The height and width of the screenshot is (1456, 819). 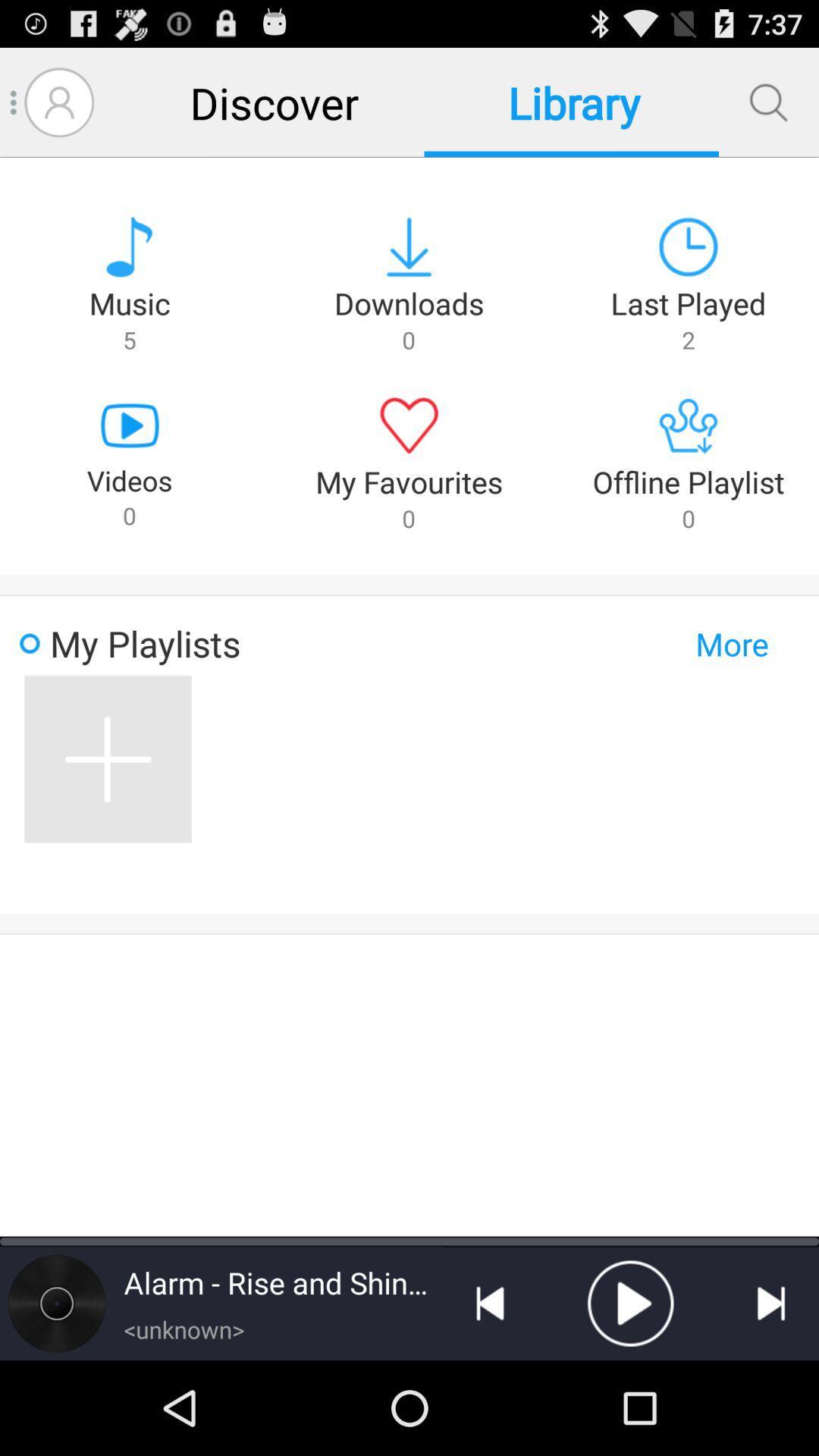 What do you see at coordinates (771, 1302) in the screenshot?
I see `next song` at bounding box center [771, 1302].